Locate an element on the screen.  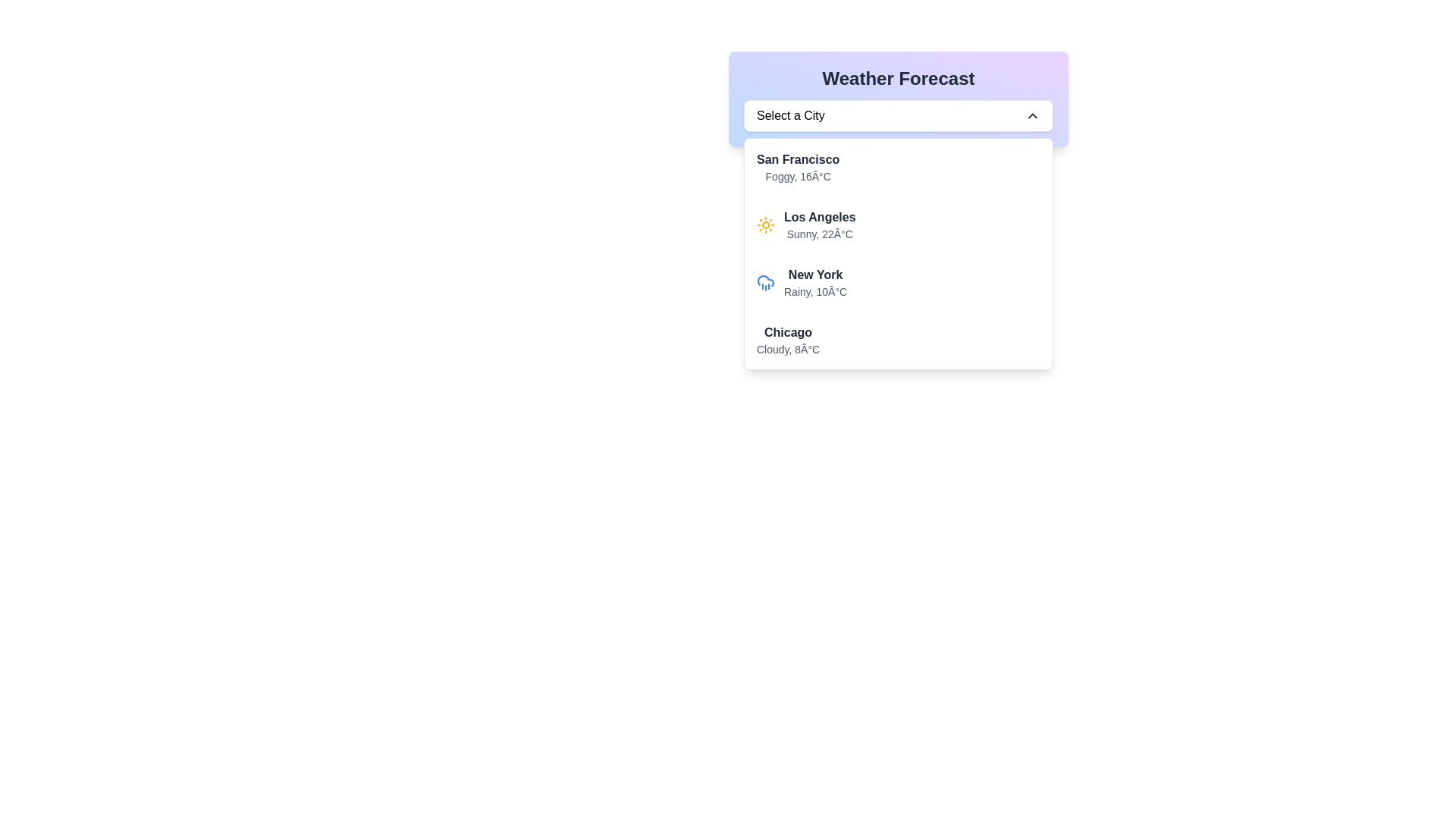
the content of the Text Label displaying 'Cloudy, 8Â°C', which is styled with a smaller font size in gray and positioned directly below the bold text 'Chicago' is located at coordinates (788, 350).